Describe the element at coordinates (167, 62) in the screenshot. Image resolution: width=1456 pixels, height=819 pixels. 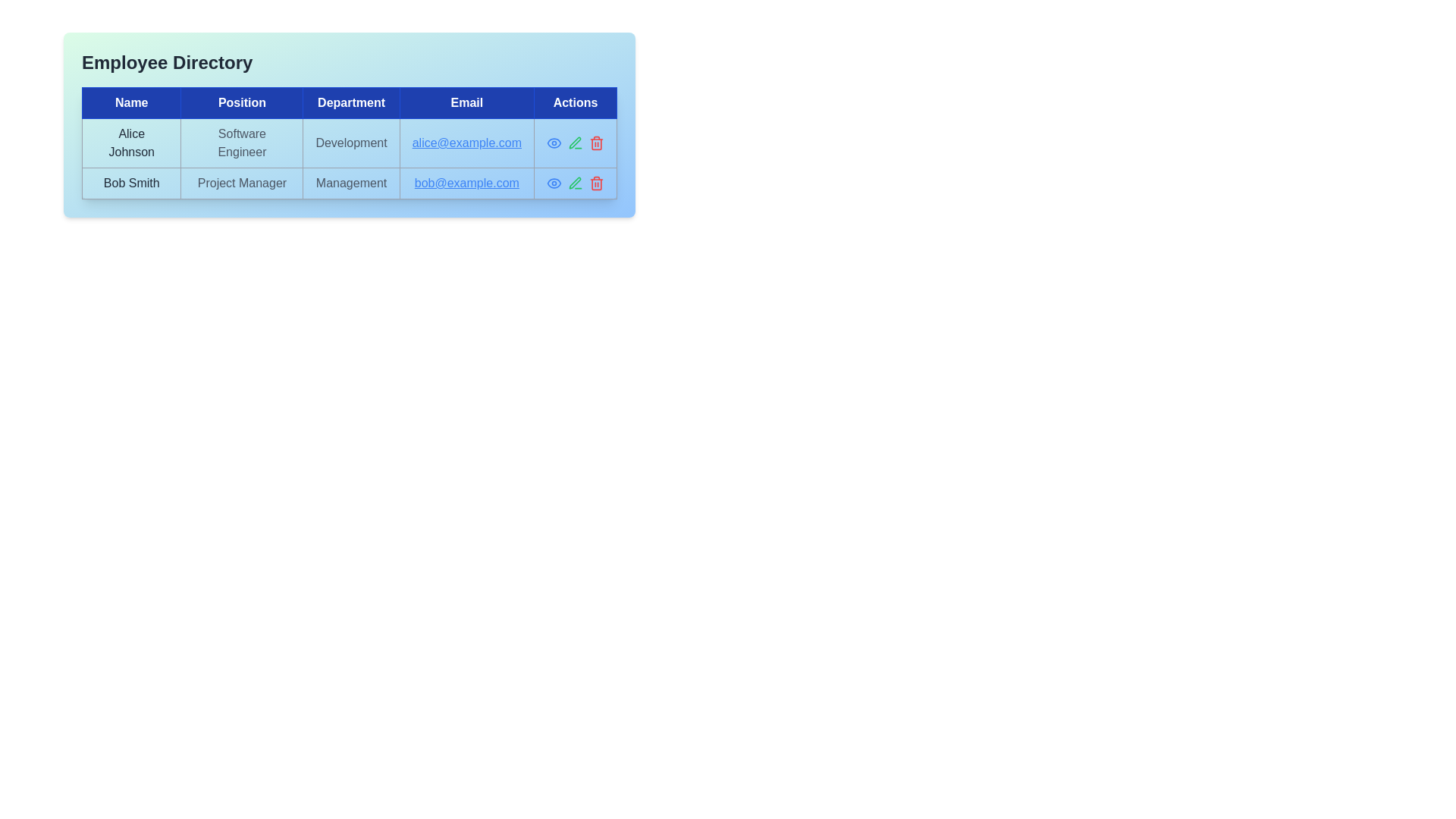
I see `the text label or heading that serves as the title for the employee directory, located at the top-left portion of the interface` at that location.